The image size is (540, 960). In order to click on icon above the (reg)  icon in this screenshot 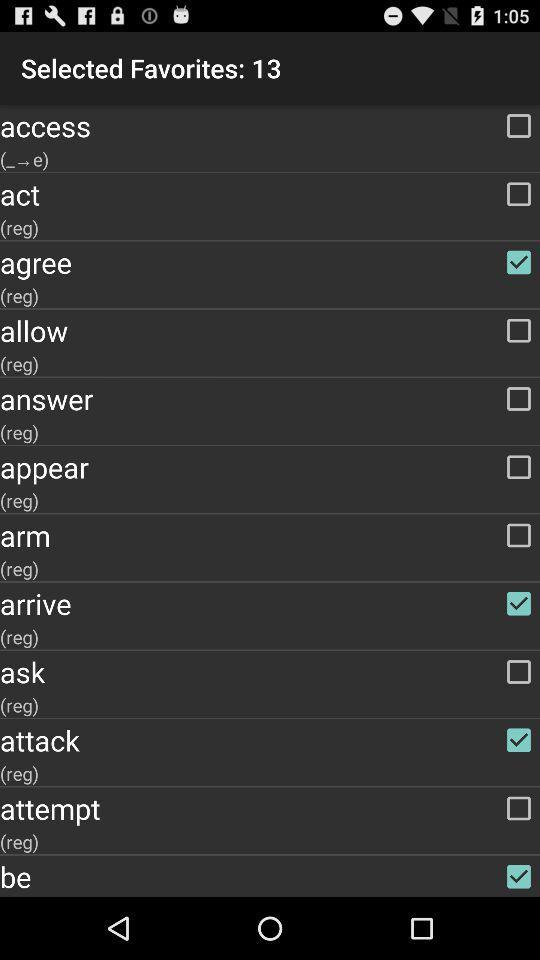, I will do `click(270, 397)`.